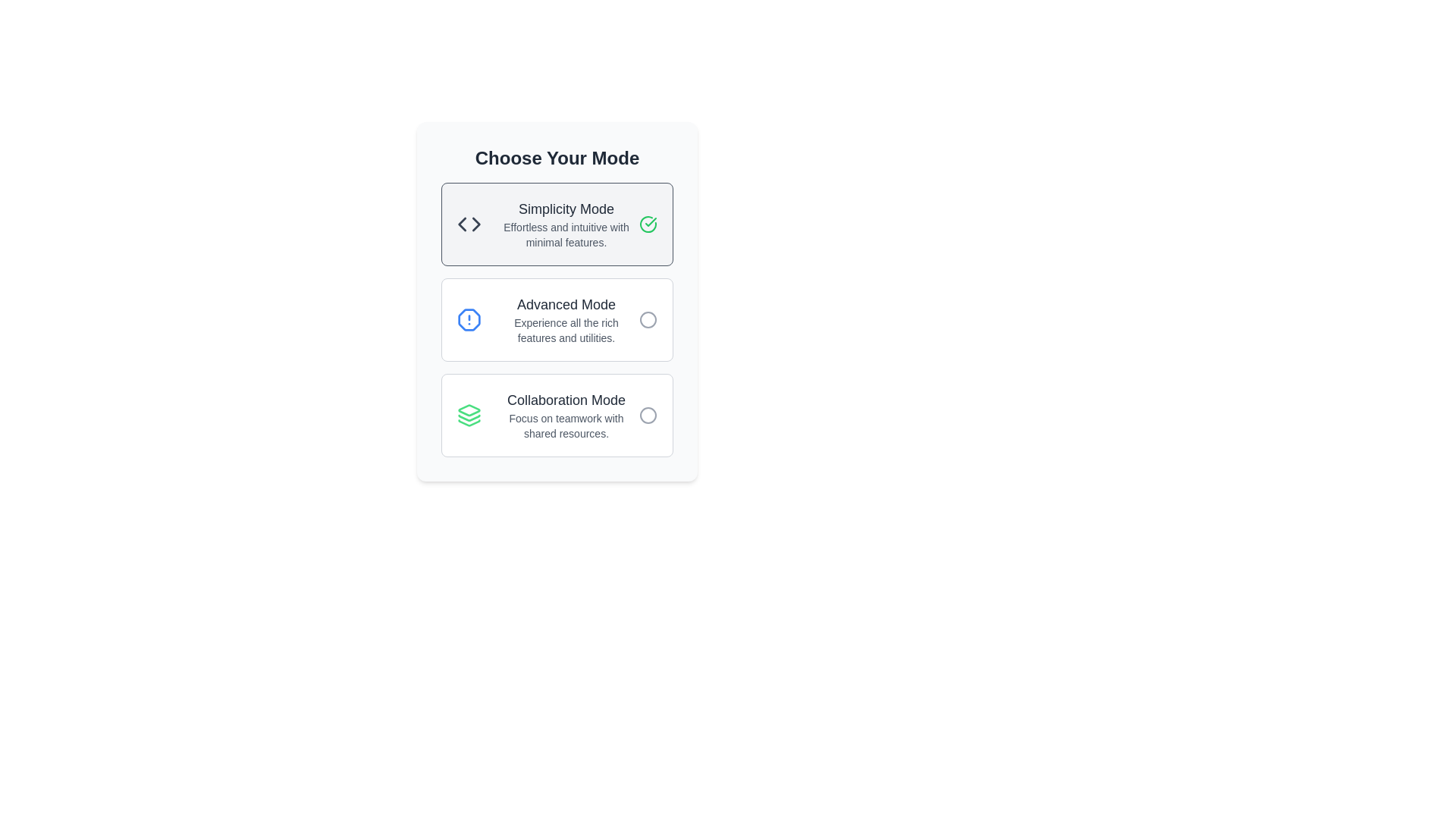  Describe the element at coordinates (469, 318) in the screenshot. I see `the cautionary icon representing the 'Advanced Mode' option, which is positioned at the top-left corner inside the second option labeled 'Advanced Mode' in the selectable list within the modal` at that location.